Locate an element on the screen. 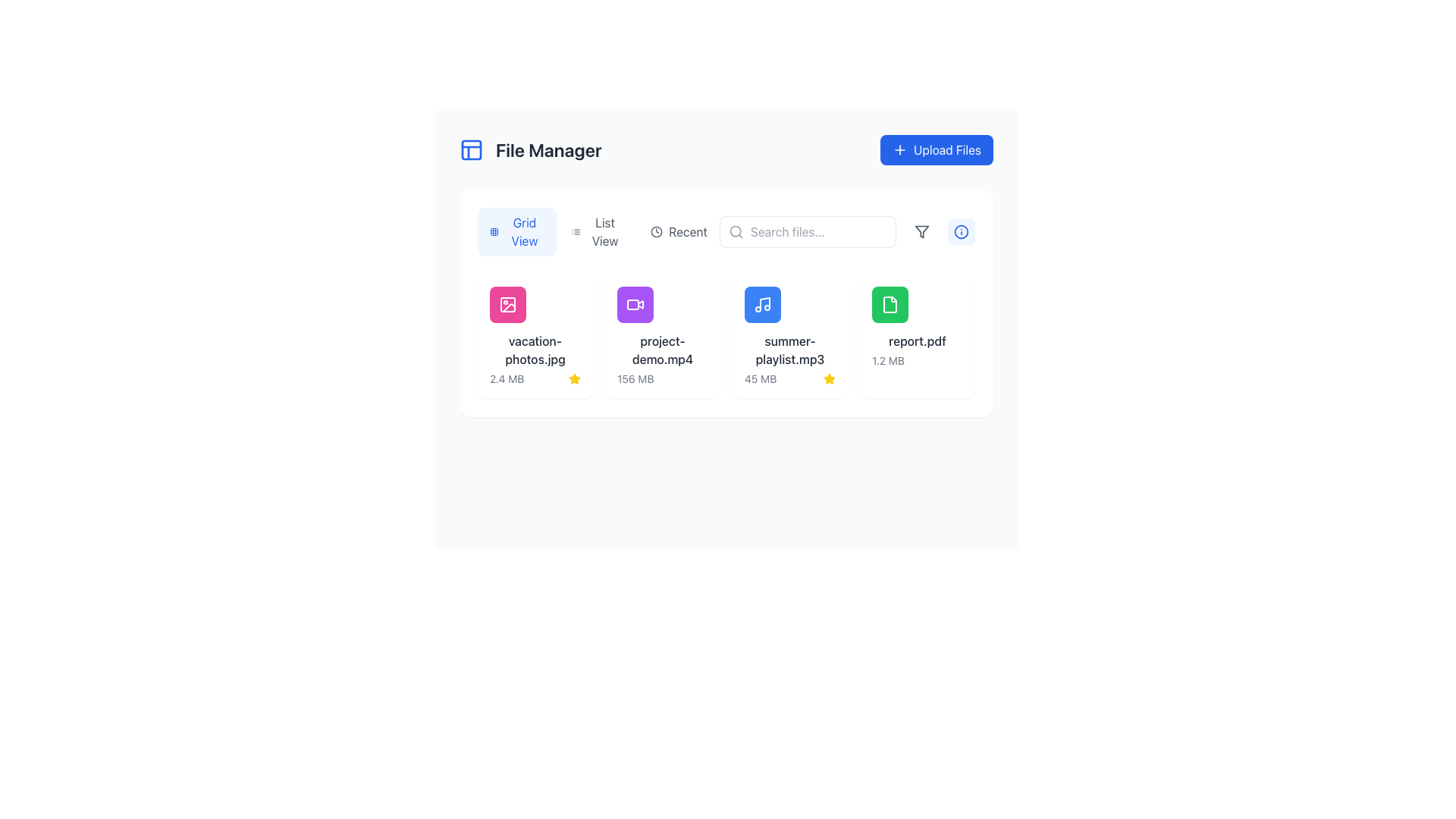  the 'Upload Files' button that contains the plus ('+') icon in the upper-right section of the interface is located at coordinates (899, 149).